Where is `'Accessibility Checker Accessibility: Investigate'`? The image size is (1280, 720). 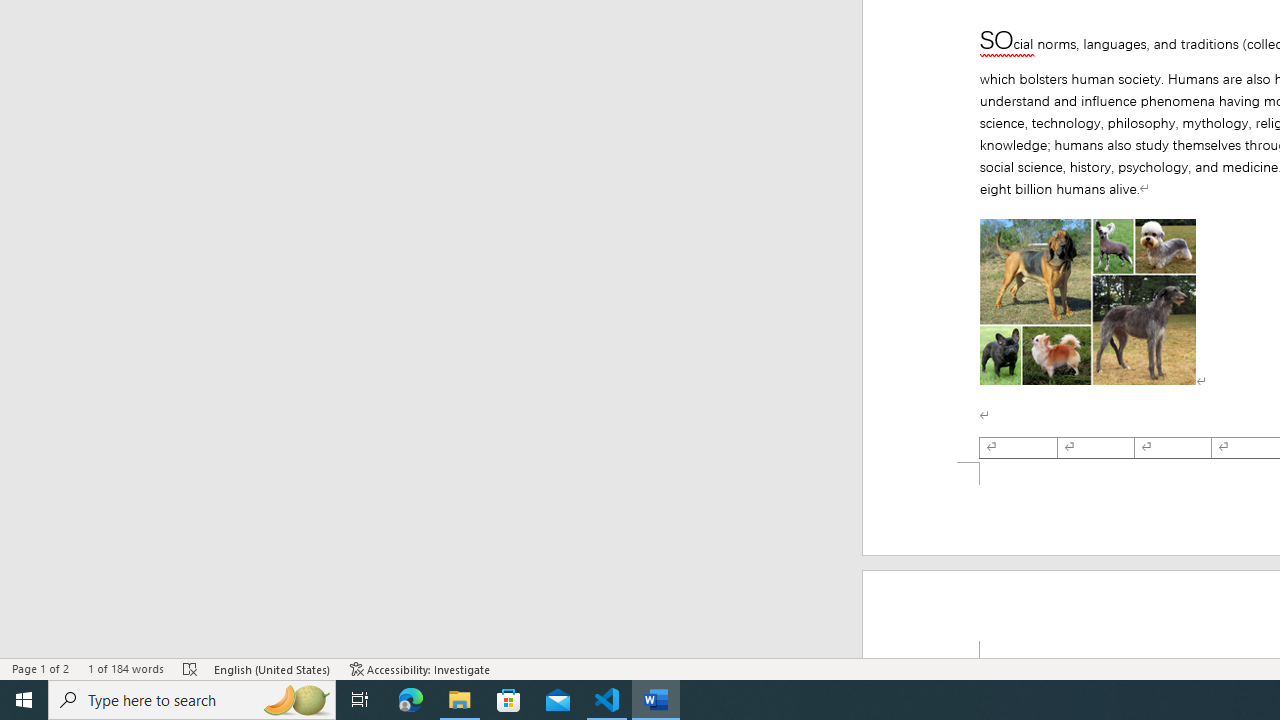 'Accessibility Checker Accessibility: Investigate' is located at coordinates (419, 669).